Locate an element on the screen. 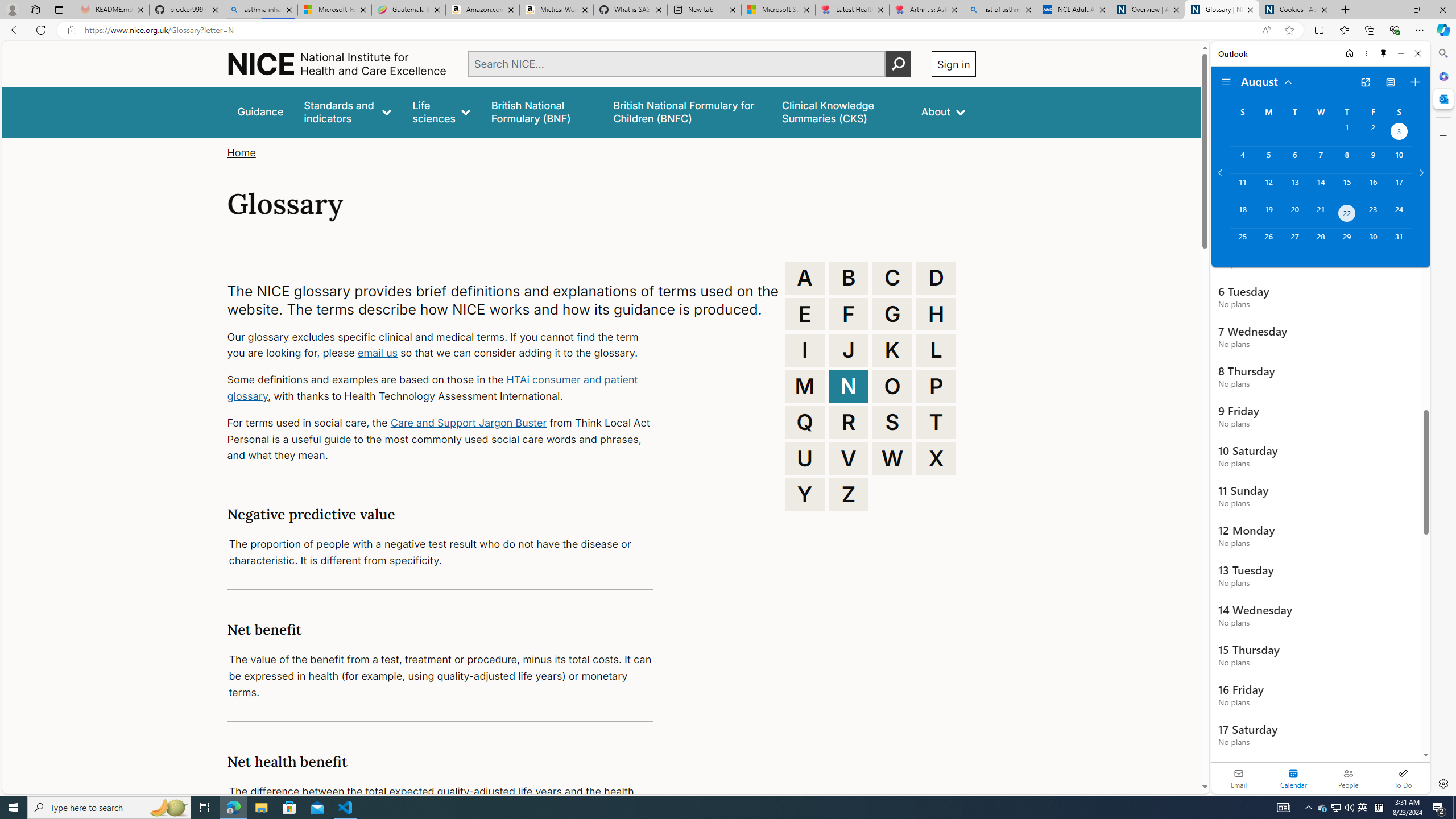  'Restore' is located at coordinates (1416, 9).